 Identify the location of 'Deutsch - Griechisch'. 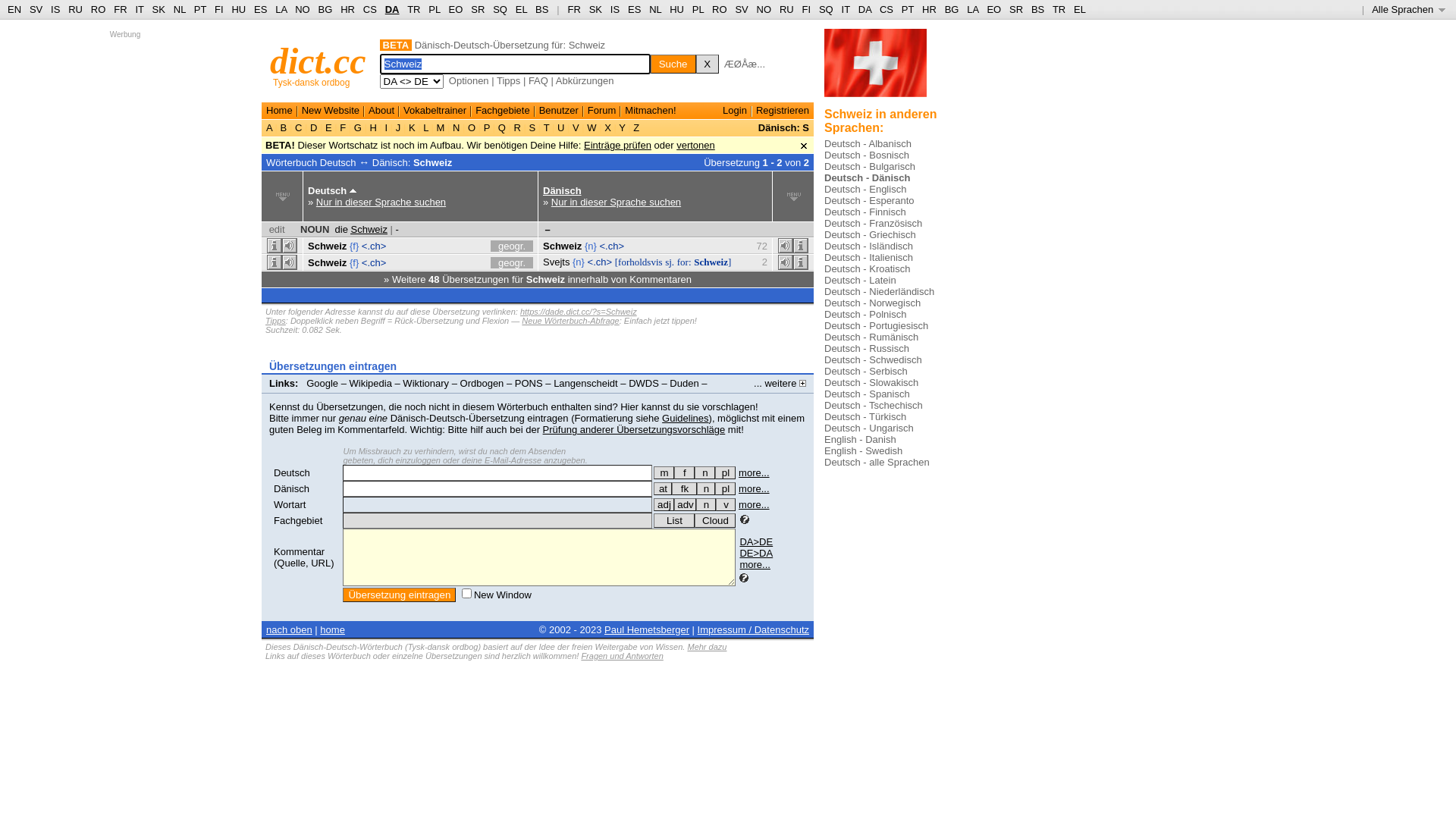
(870, 234).